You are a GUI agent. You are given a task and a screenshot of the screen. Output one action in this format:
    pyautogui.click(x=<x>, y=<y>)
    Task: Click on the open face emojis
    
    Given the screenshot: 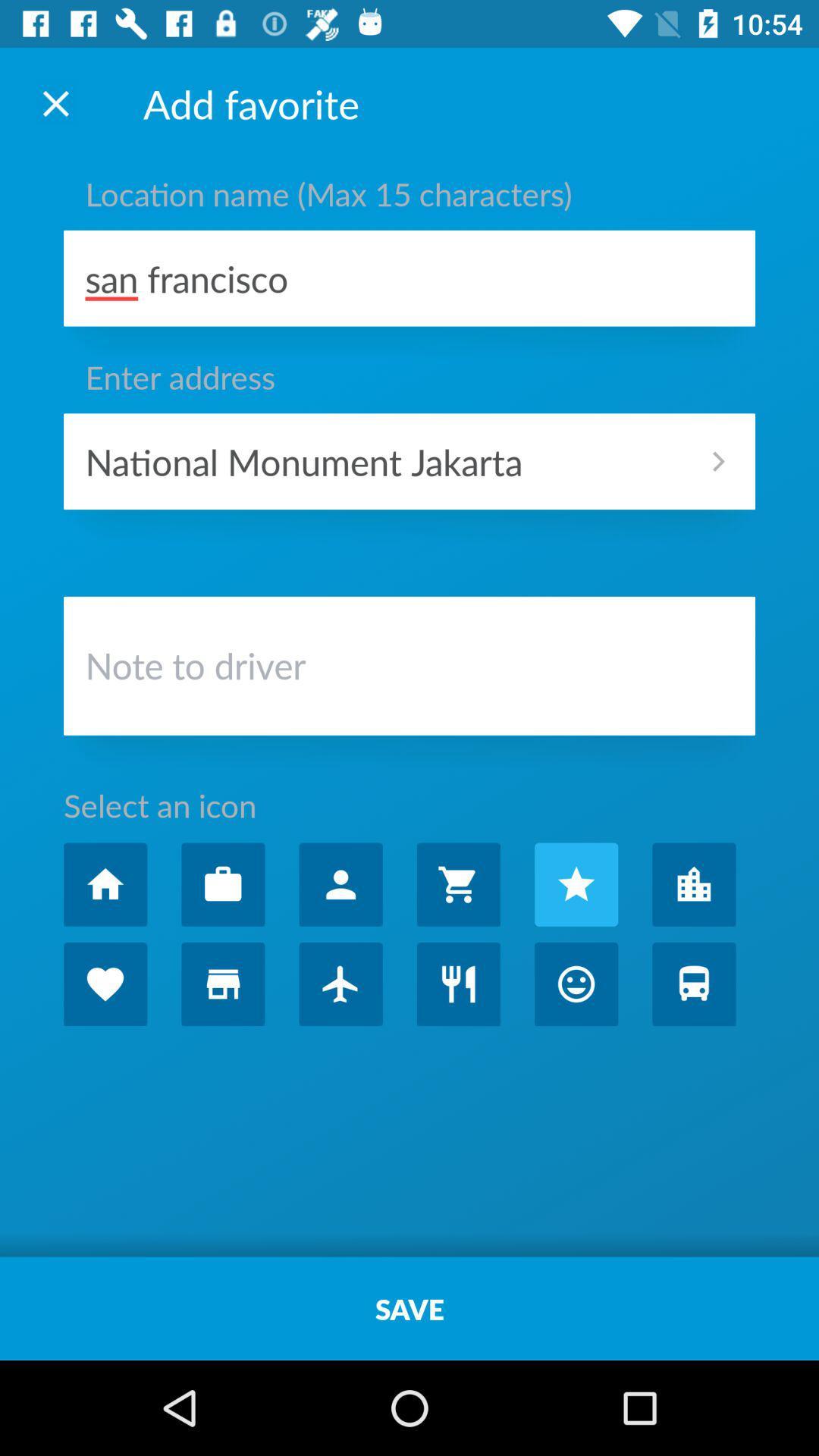 What is the action you would take?
    pyautogui.click(x=576, y=984)
    